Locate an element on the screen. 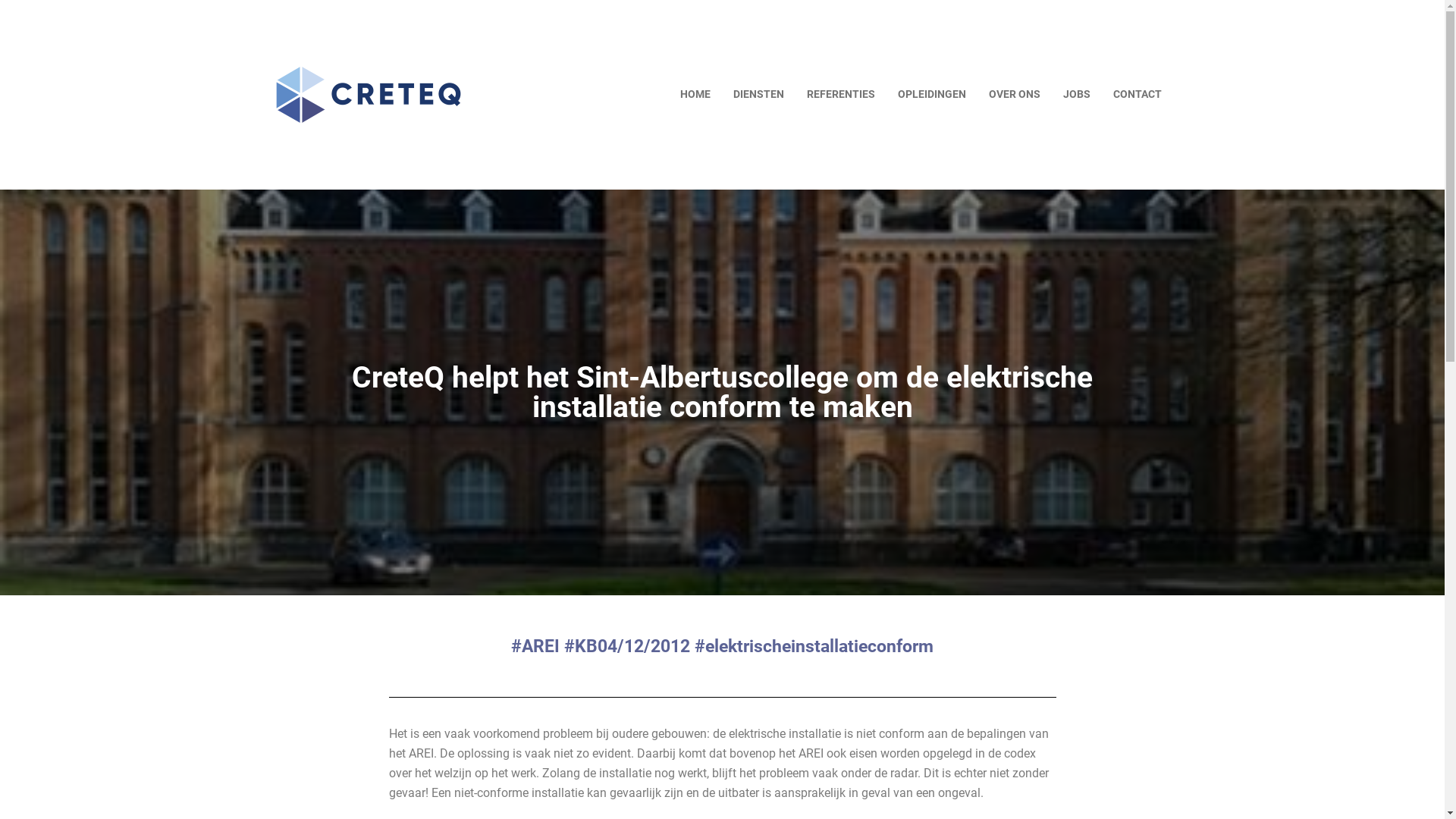  'CONTACT' is located at coordinates (1136, 94).